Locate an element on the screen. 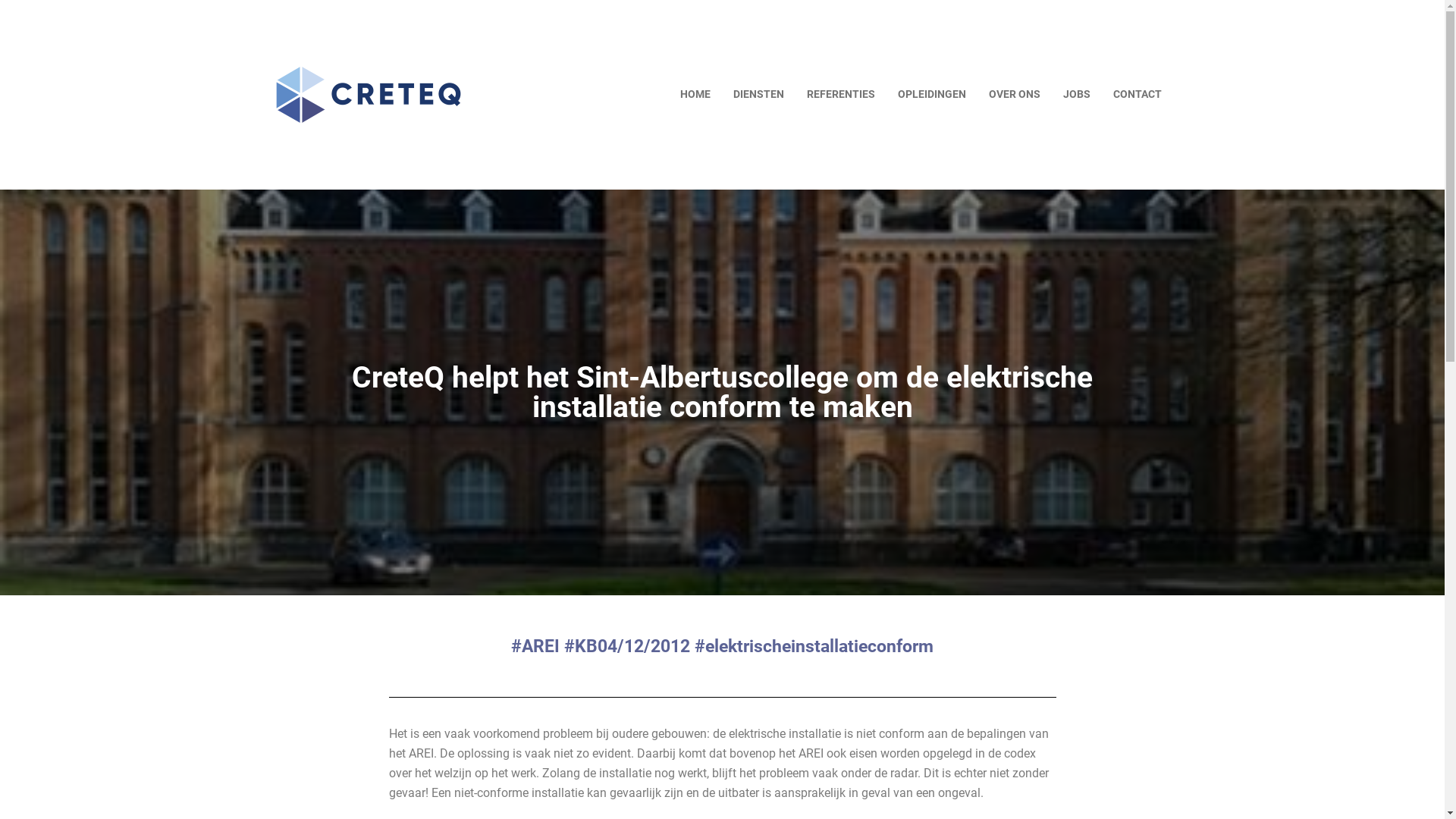  'CONTACT' is located at coordinates (1136, 94).